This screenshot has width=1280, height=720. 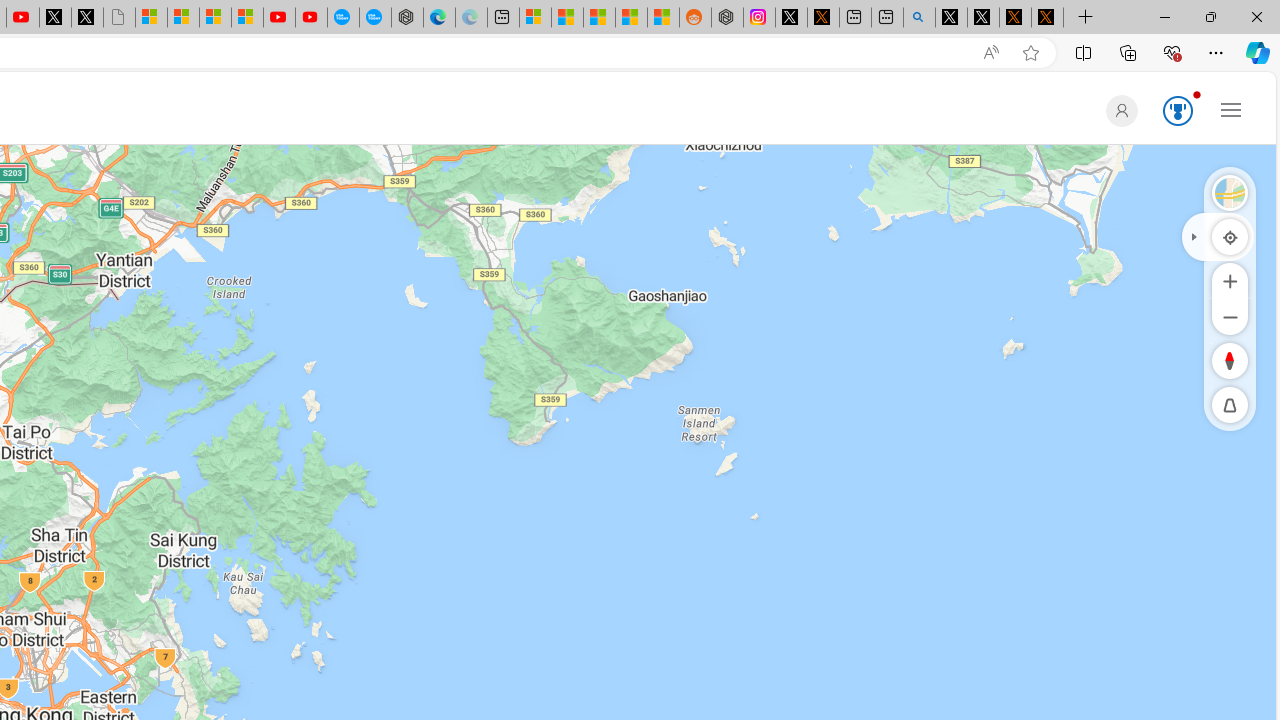 I want to click on 'GitHub (@github) / X', so click(x=983, y=17).